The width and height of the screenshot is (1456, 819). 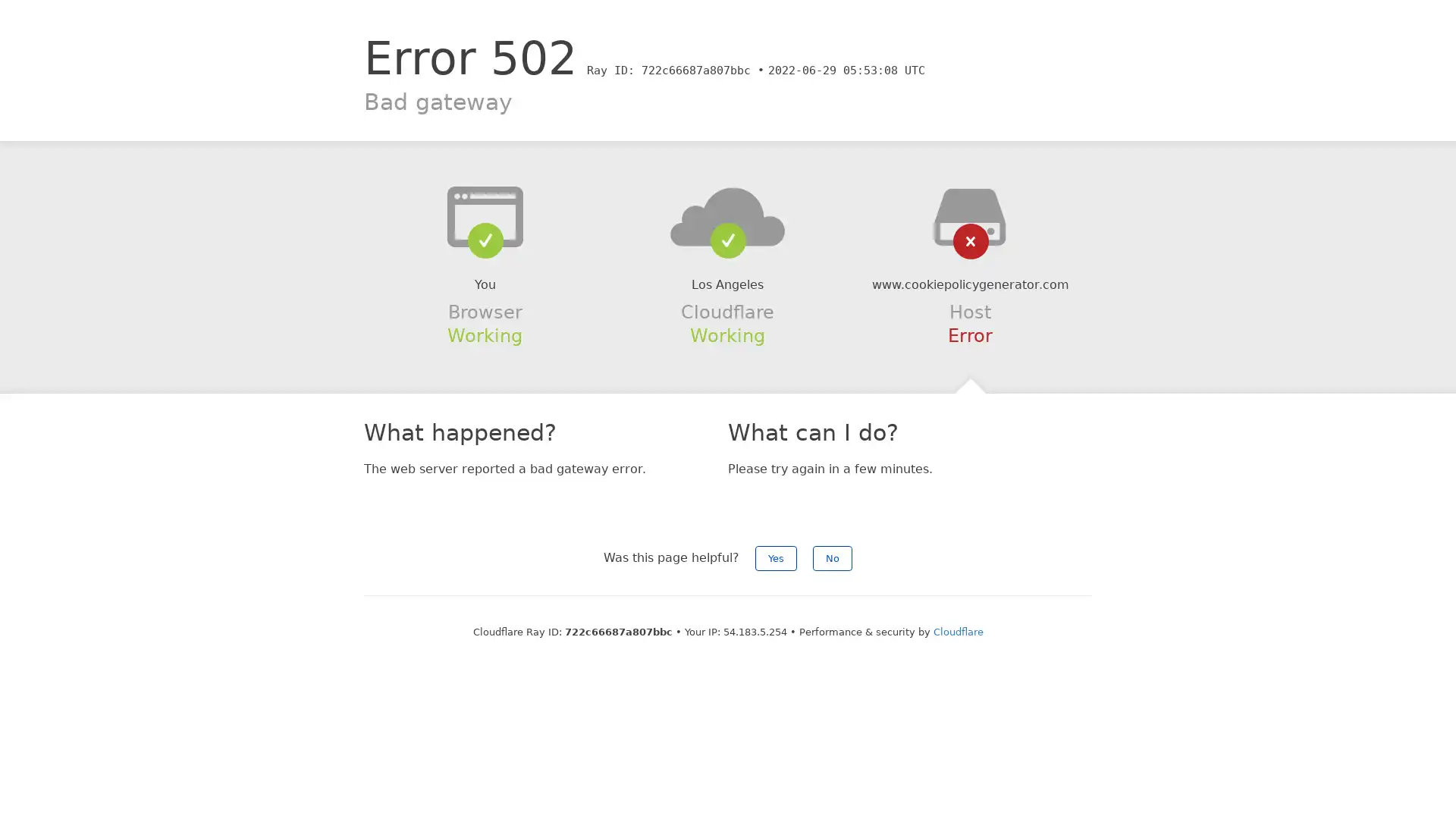 I want to click on No, so click(x=832, y=558).